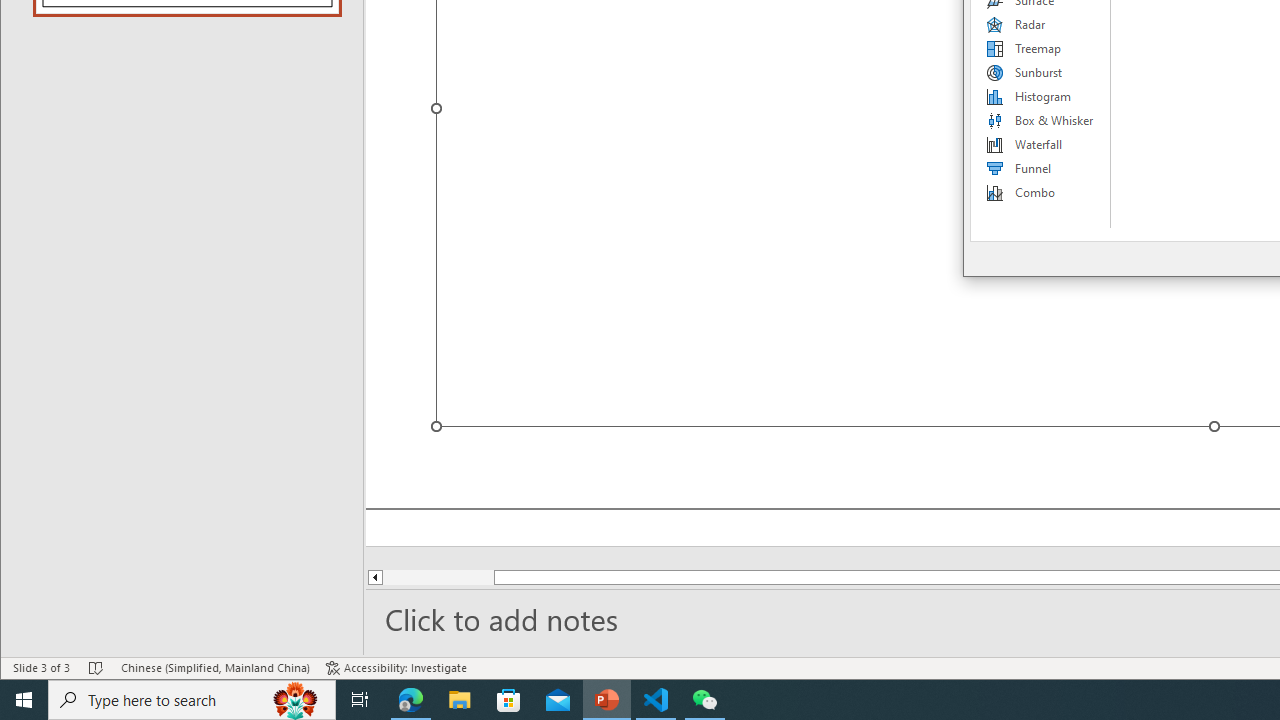  Describe the element at coordinates (192, 698) in the screenshot. I see `'Type here to search'` at that location.